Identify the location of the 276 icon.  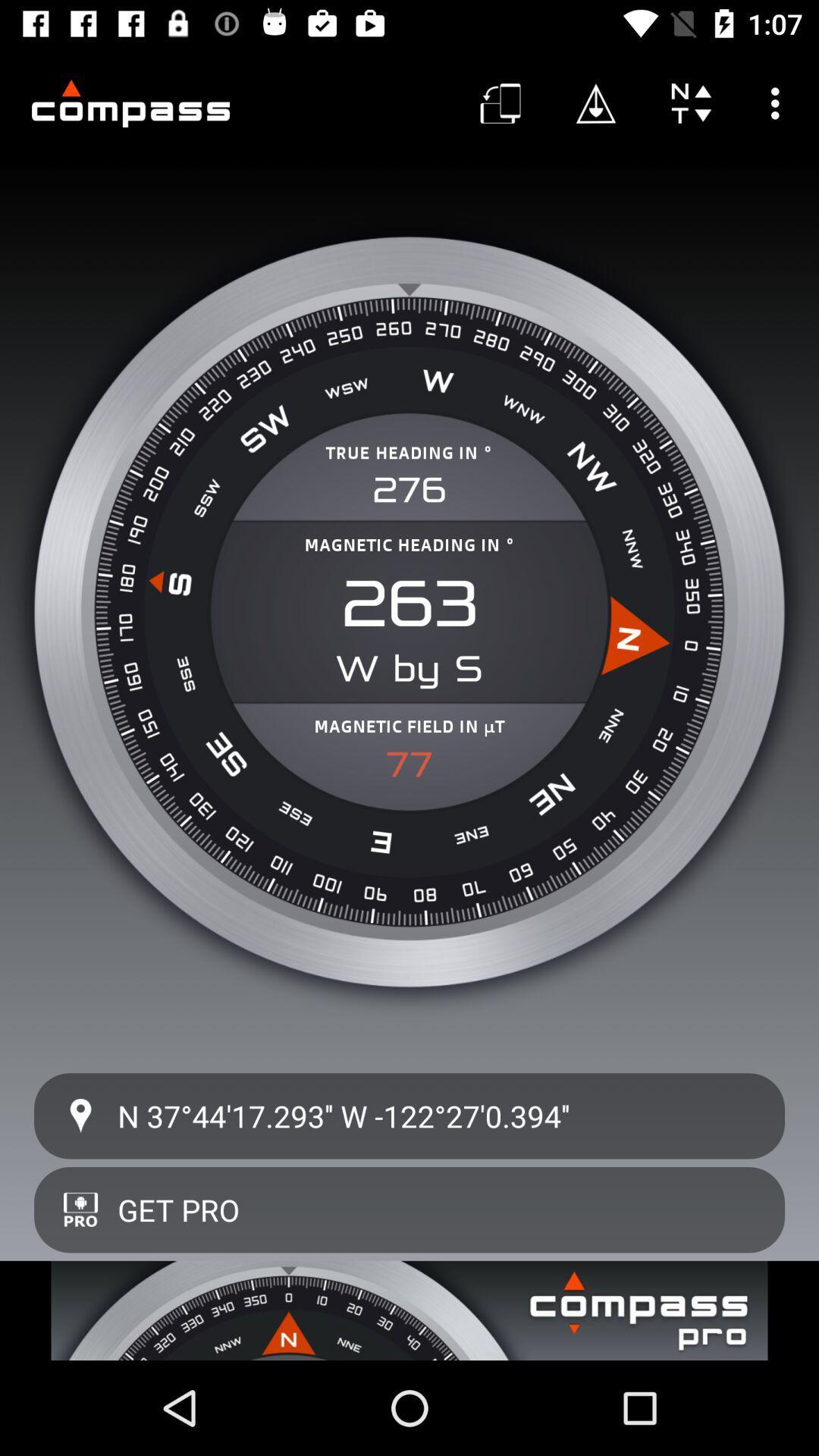
(409, 490).